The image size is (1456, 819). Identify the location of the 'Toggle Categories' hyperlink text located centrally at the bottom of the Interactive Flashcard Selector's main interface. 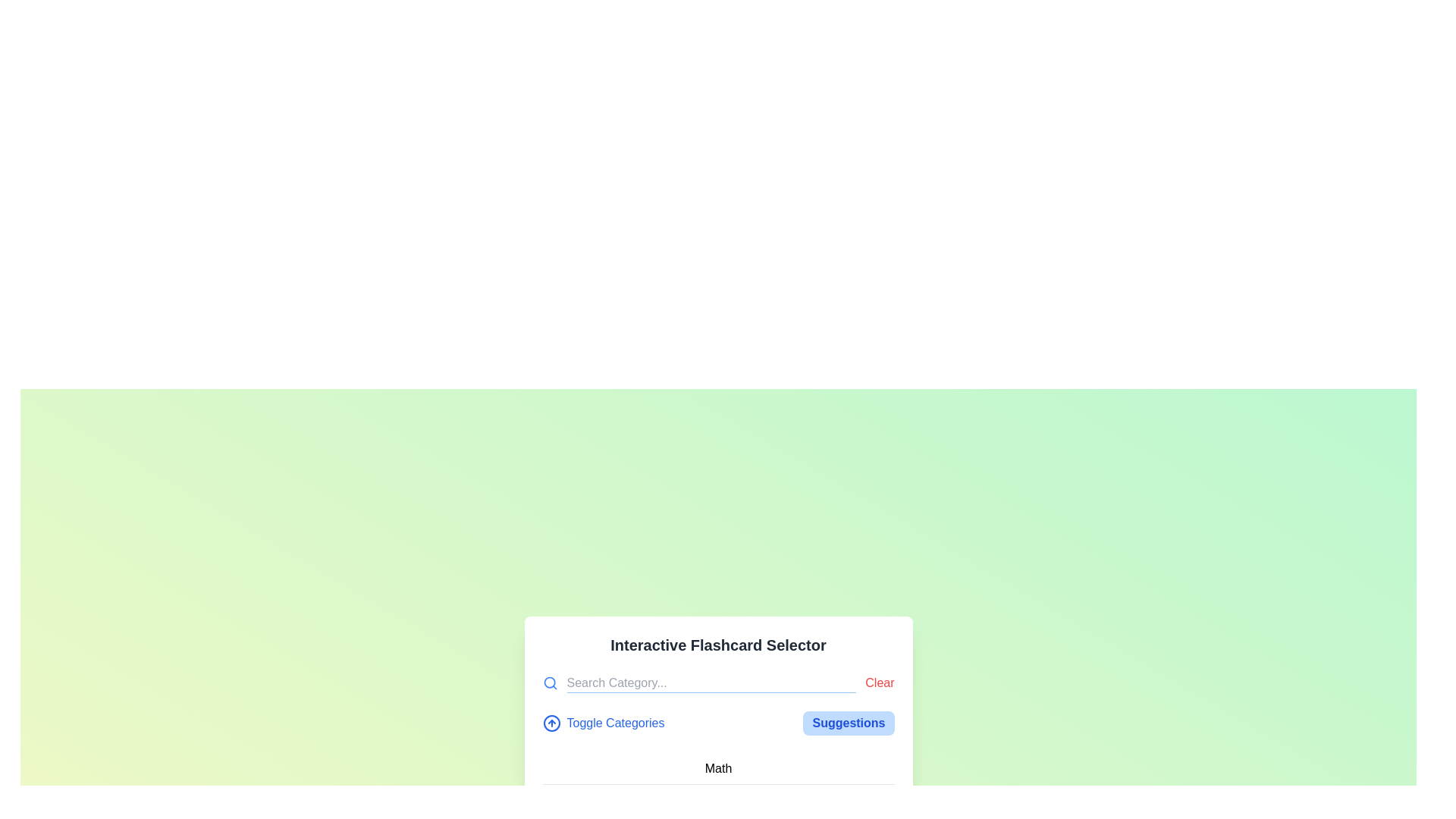
(615, 722).